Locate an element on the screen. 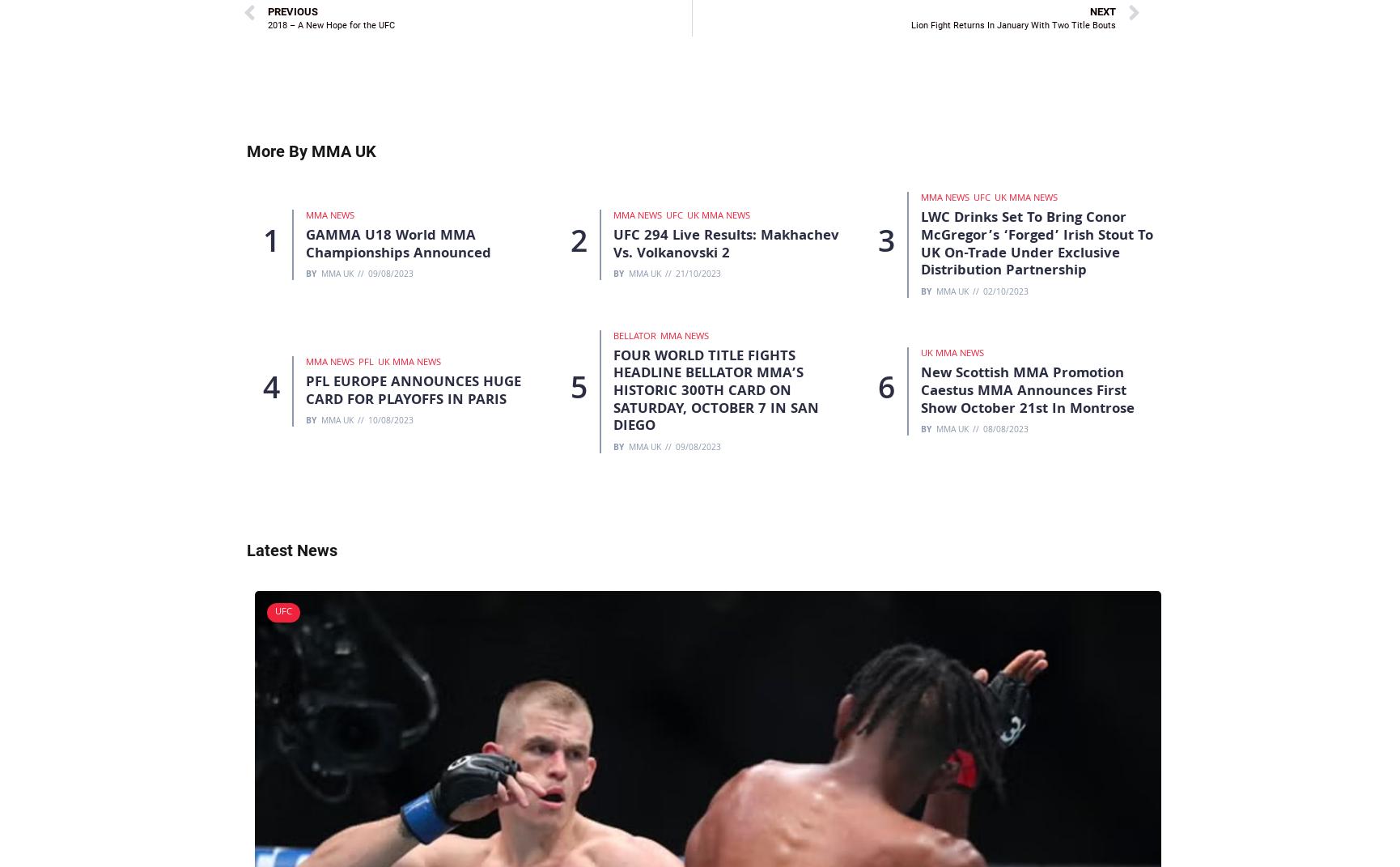 Image resolution: width=1400 pixels, height=867 pixels. '10/08/2023' is located at coordinates (390, 421).